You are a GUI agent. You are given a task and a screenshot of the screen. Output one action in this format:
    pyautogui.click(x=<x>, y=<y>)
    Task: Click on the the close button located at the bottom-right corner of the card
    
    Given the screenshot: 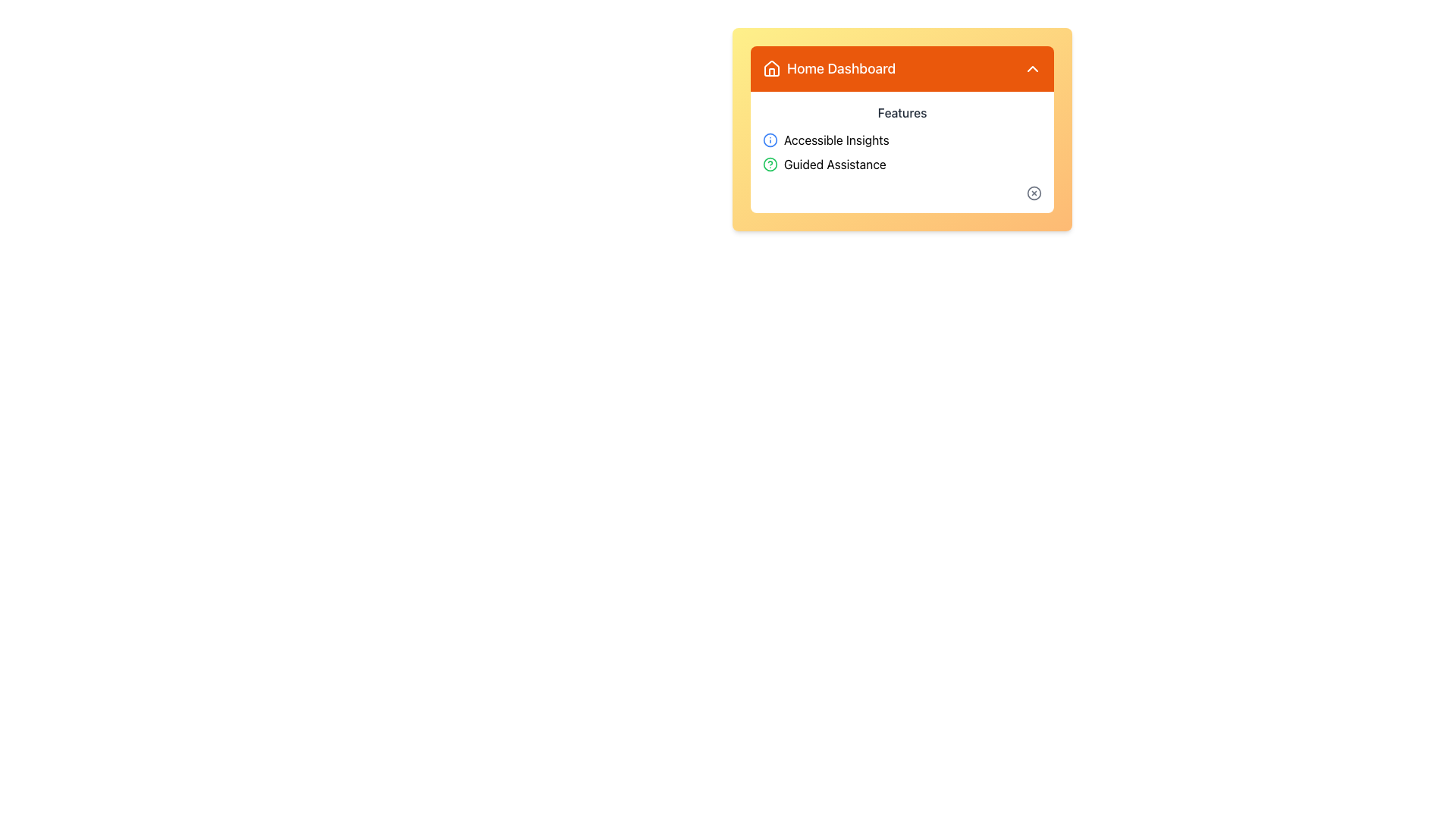 What is the action you would take?
    pyautogui.click(x=1033, y=192)
    